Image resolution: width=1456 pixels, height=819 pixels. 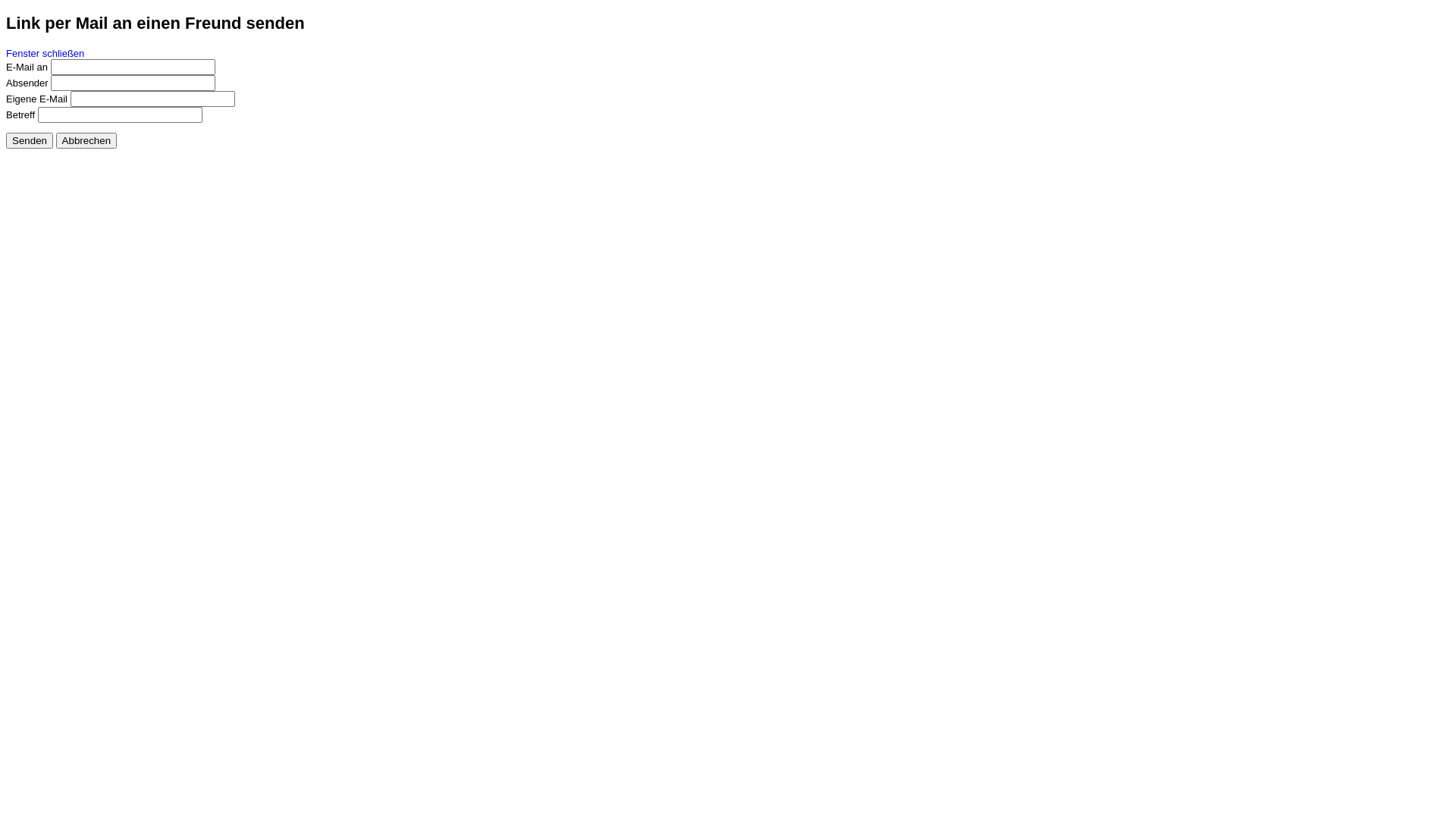 I want to click on 'Abbrechen', so click(x=86, y=140).